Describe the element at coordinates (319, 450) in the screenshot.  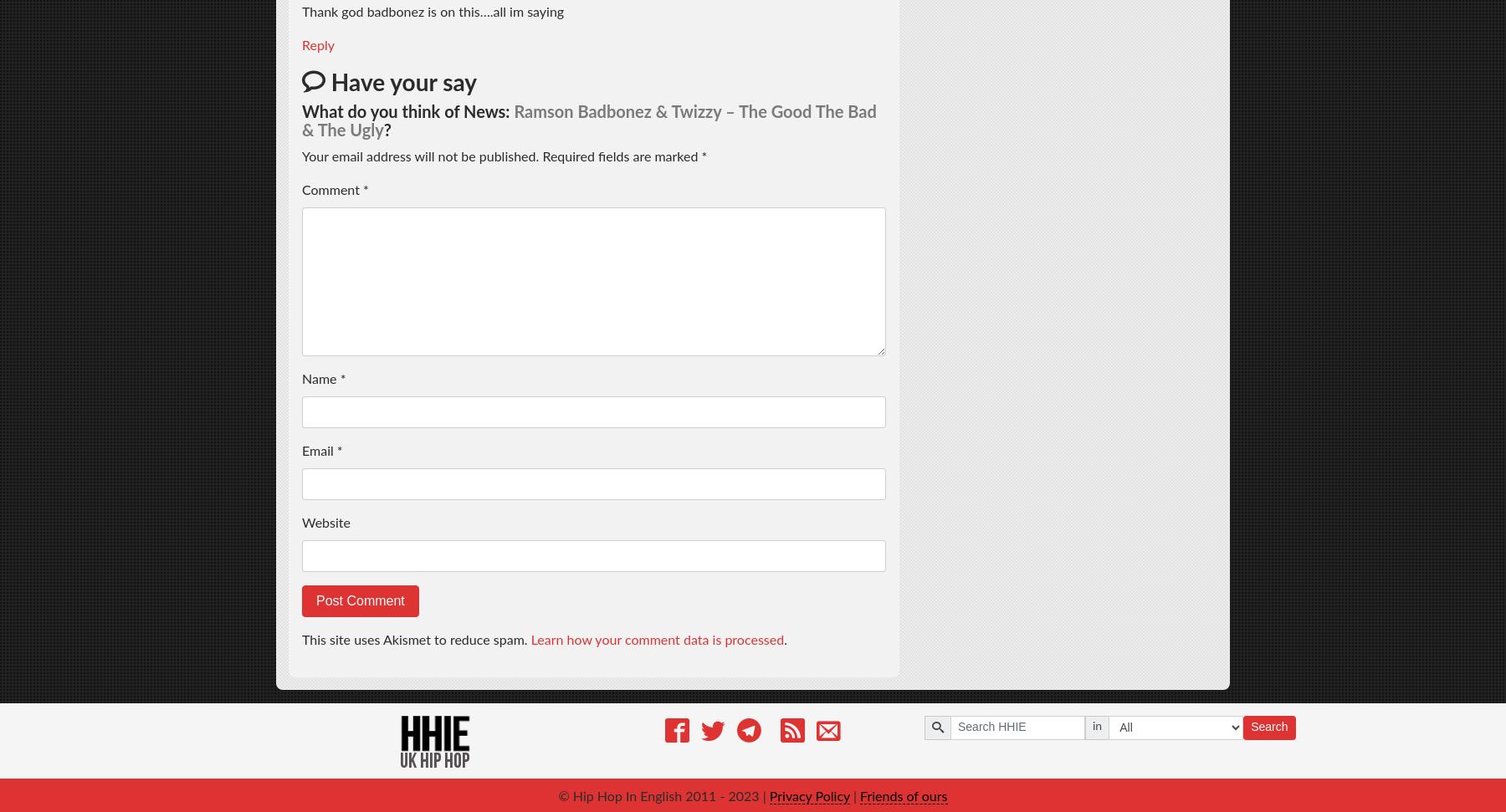
I see `'Email'` at that location.